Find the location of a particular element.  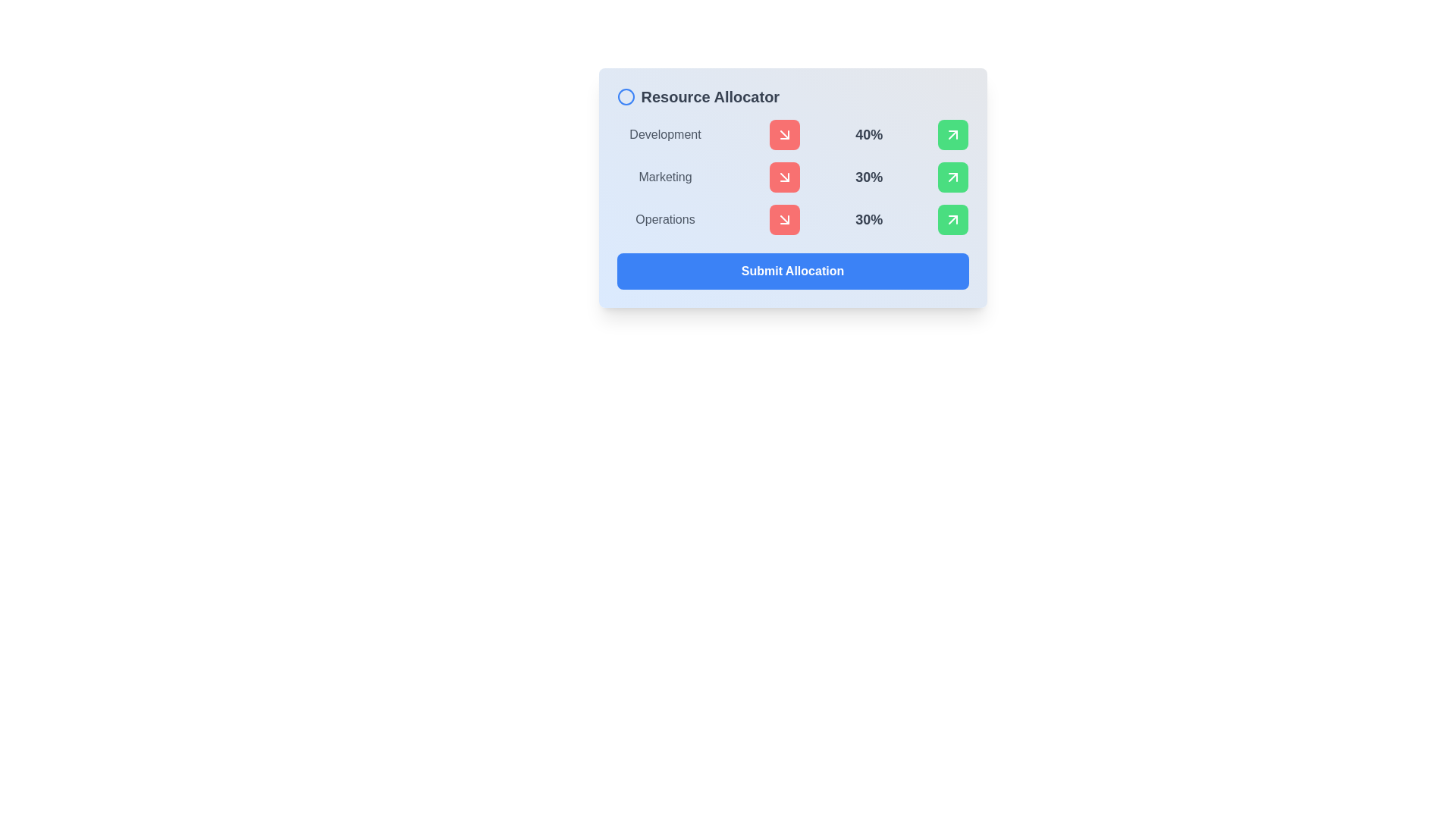

the circular blue outlined icon located to the left of the 'Resource Allocator' text at the top left corner of the interface is located at coordinates (626, 96).